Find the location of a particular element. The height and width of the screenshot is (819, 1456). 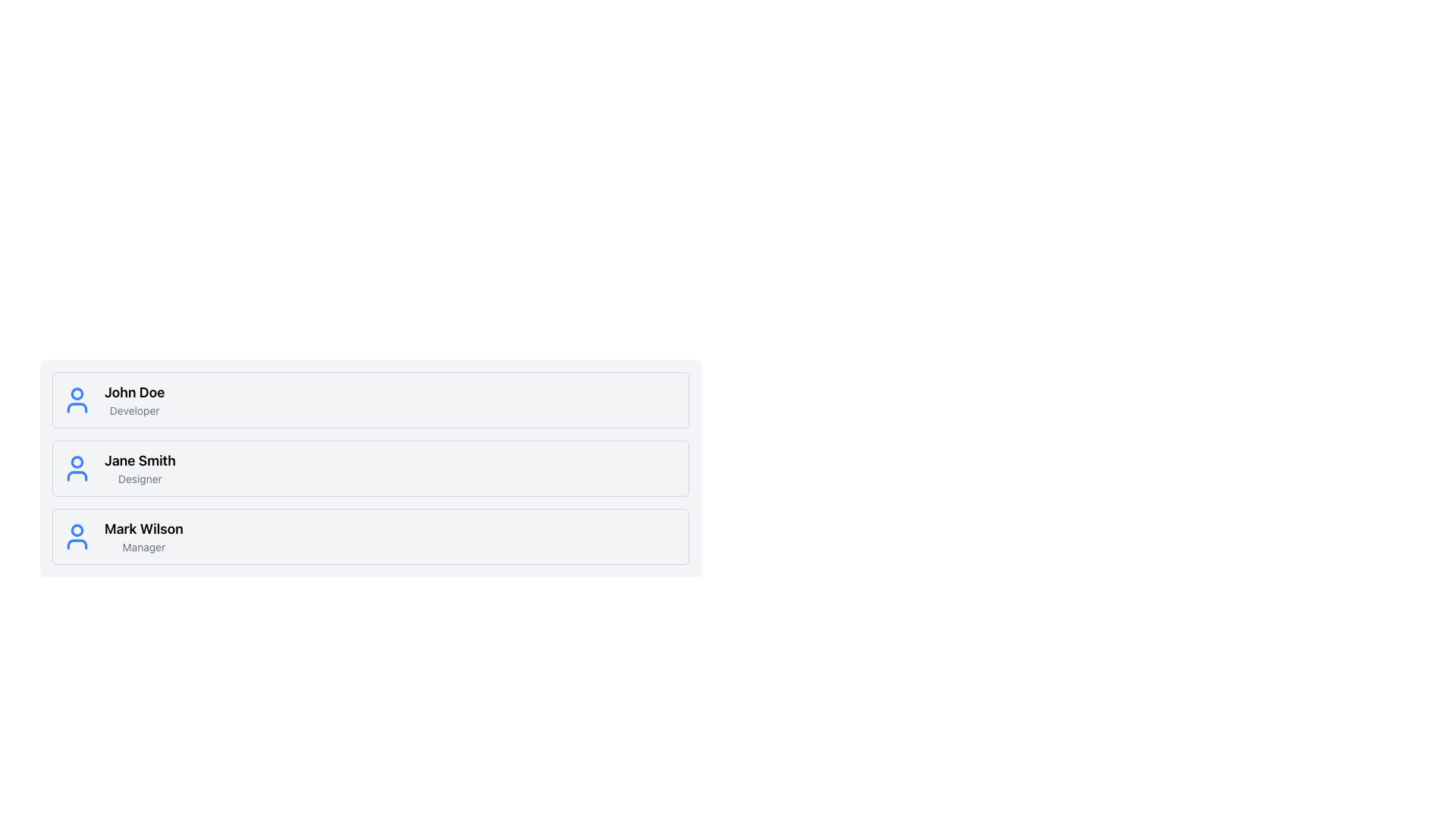

the text label reading 'Manager' which is styled in a subdued gray color and positioned below 'Mark Wilson' in a vertically stacked list of names is located at coordinates (143, 547).